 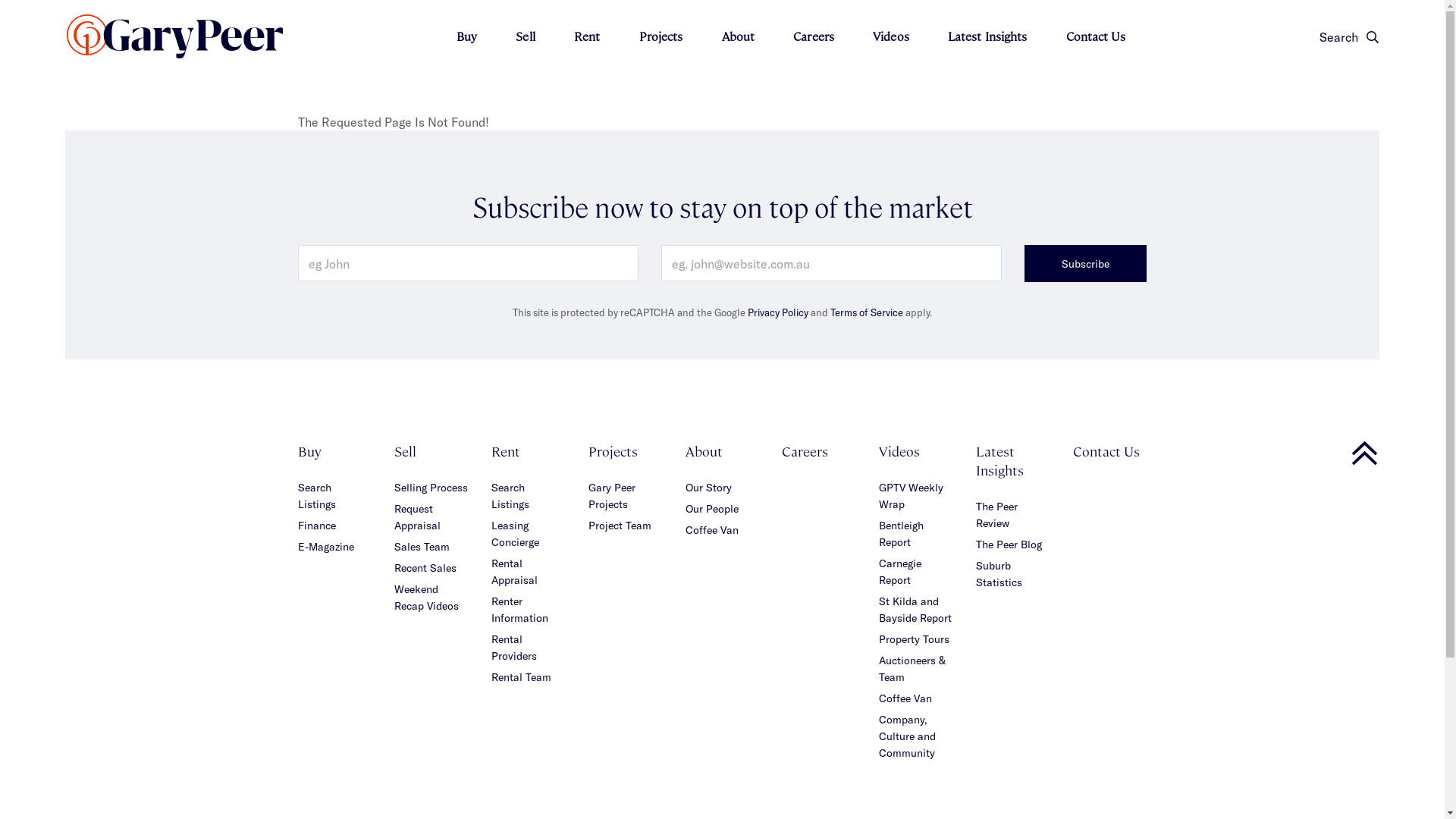 I want to click on 'Suburb Statistics', so click(x=999, y=573).